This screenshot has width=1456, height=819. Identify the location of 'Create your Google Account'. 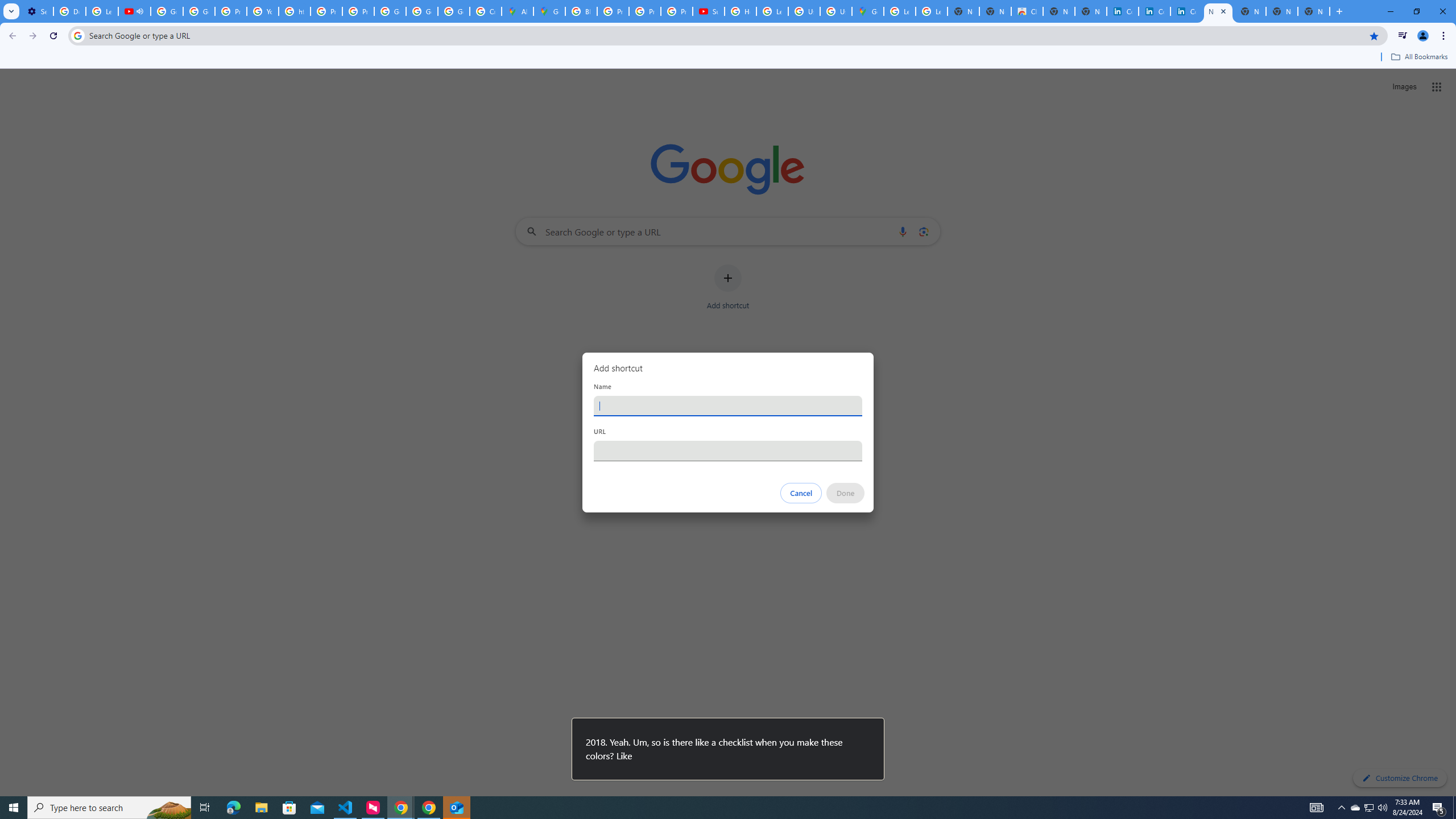
(485, 11).